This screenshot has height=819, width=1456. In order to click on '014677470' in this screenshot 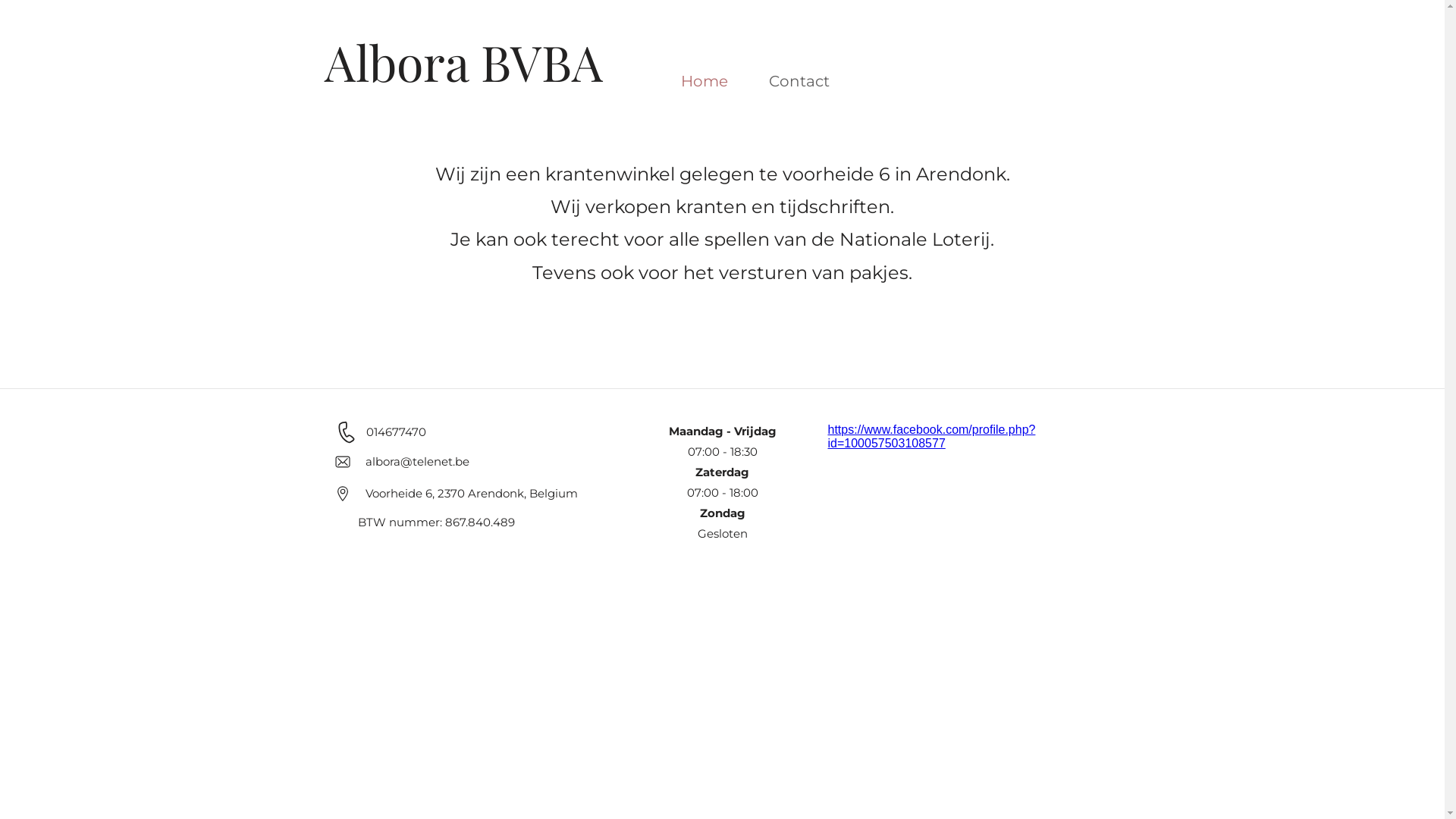, I will do `click(365, 431)`.